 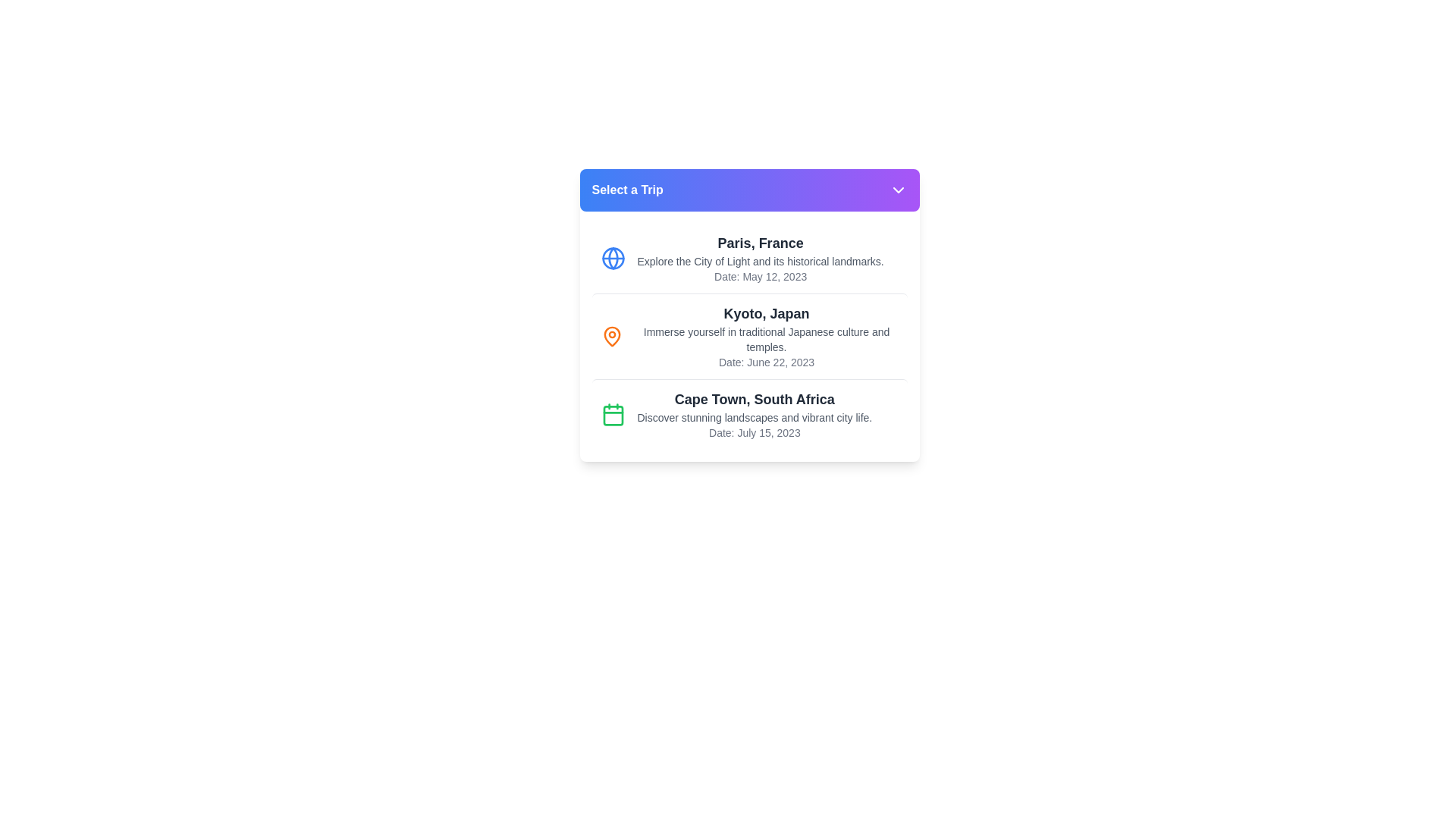 I want to click on the static text label displaying 'Date: May 12, 2023', which is located below the description text in the 'Paris, France' section of the interface, so click(x=761, y=277).